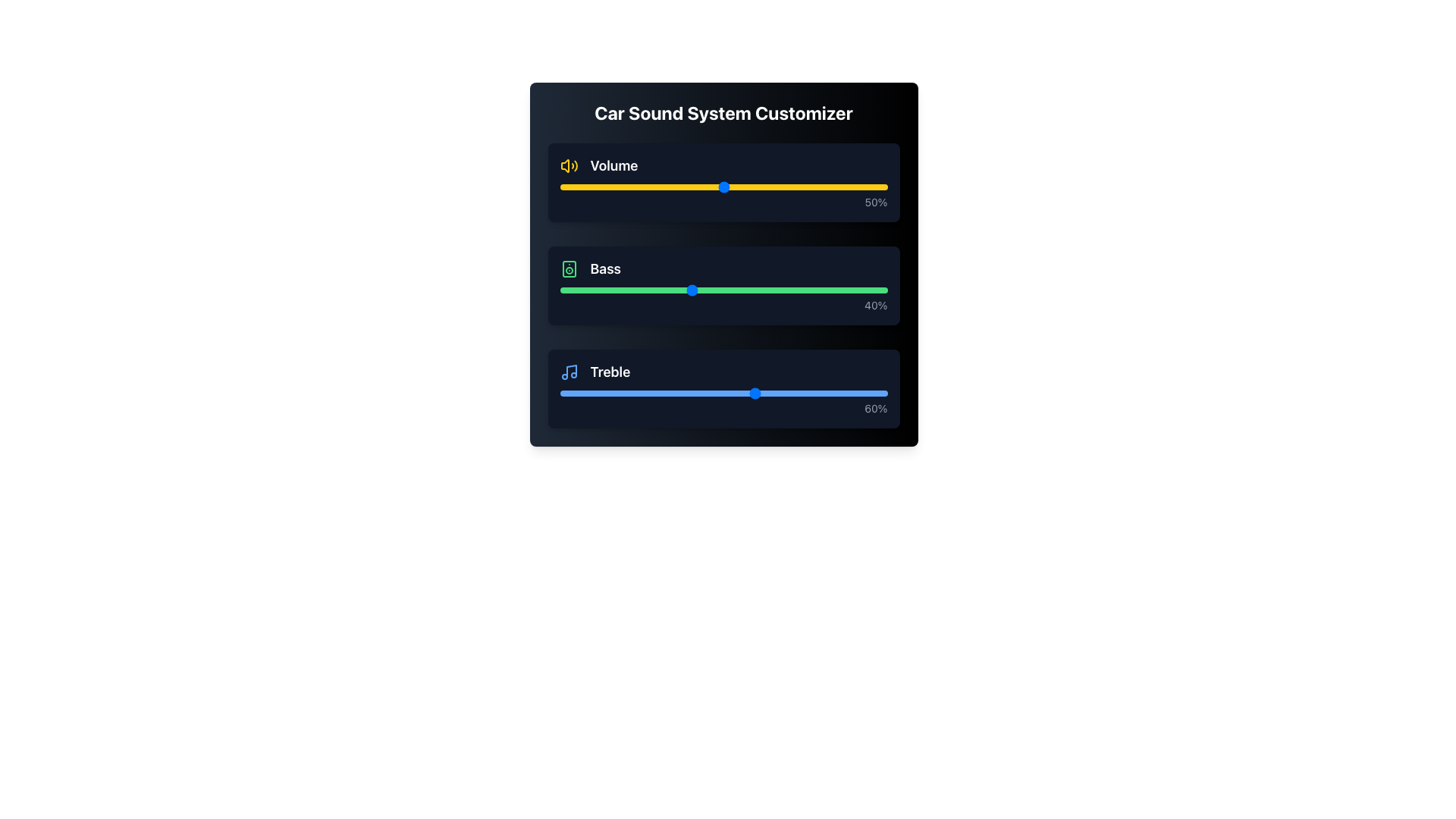 The image size is (1456, 819). I want to click on the green slider control of the Bass slider input, which has a dark background and displays '40%', so click(723, 286).